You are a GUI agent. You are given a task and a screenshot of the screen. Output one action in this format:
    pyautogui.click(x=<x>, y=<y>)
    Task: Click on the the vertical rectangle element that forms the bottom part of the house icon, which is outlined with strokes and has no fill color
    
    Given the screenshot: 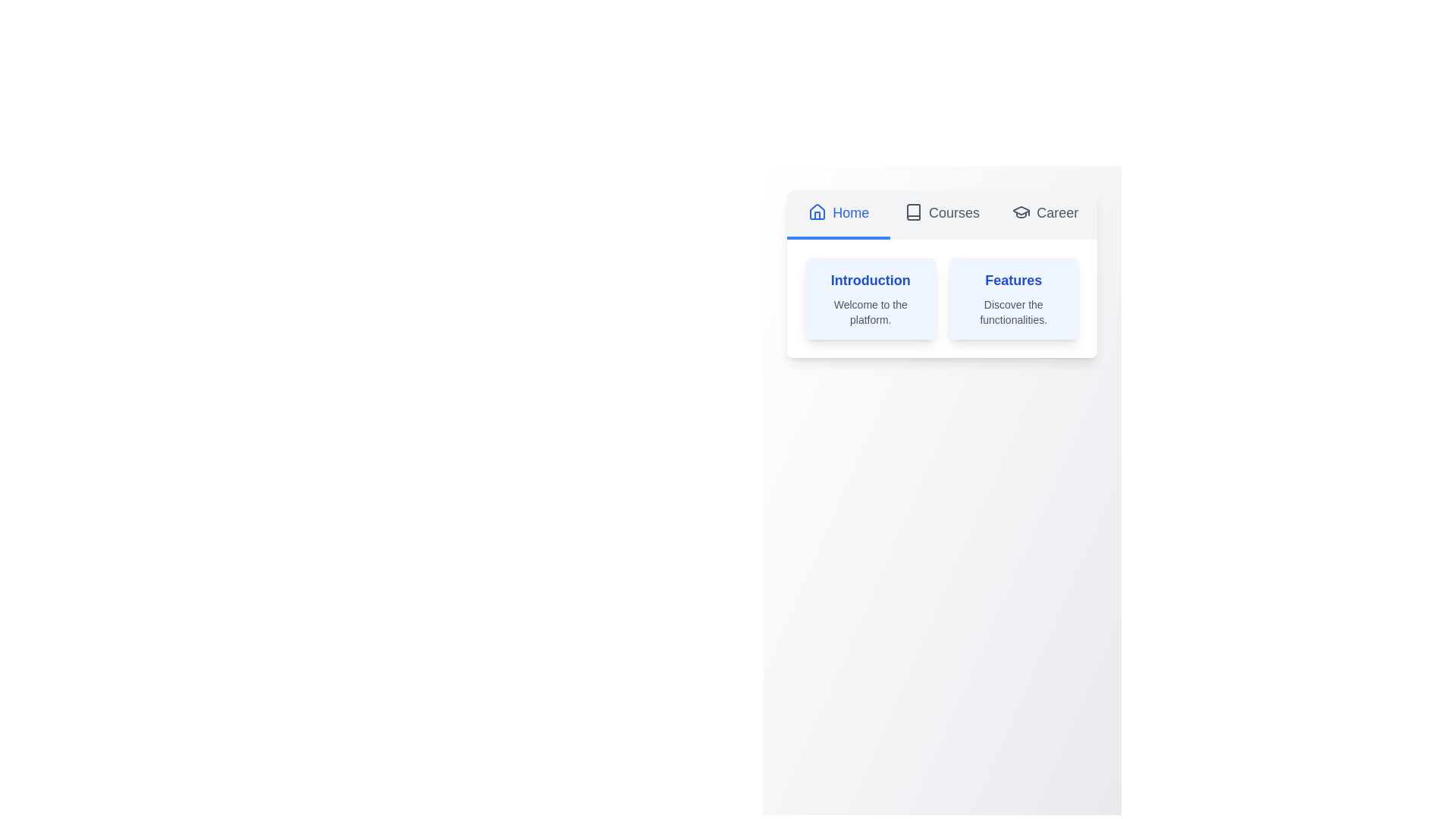 What is the action you would take?
    pyautogui.click(x=817, y=215)
    